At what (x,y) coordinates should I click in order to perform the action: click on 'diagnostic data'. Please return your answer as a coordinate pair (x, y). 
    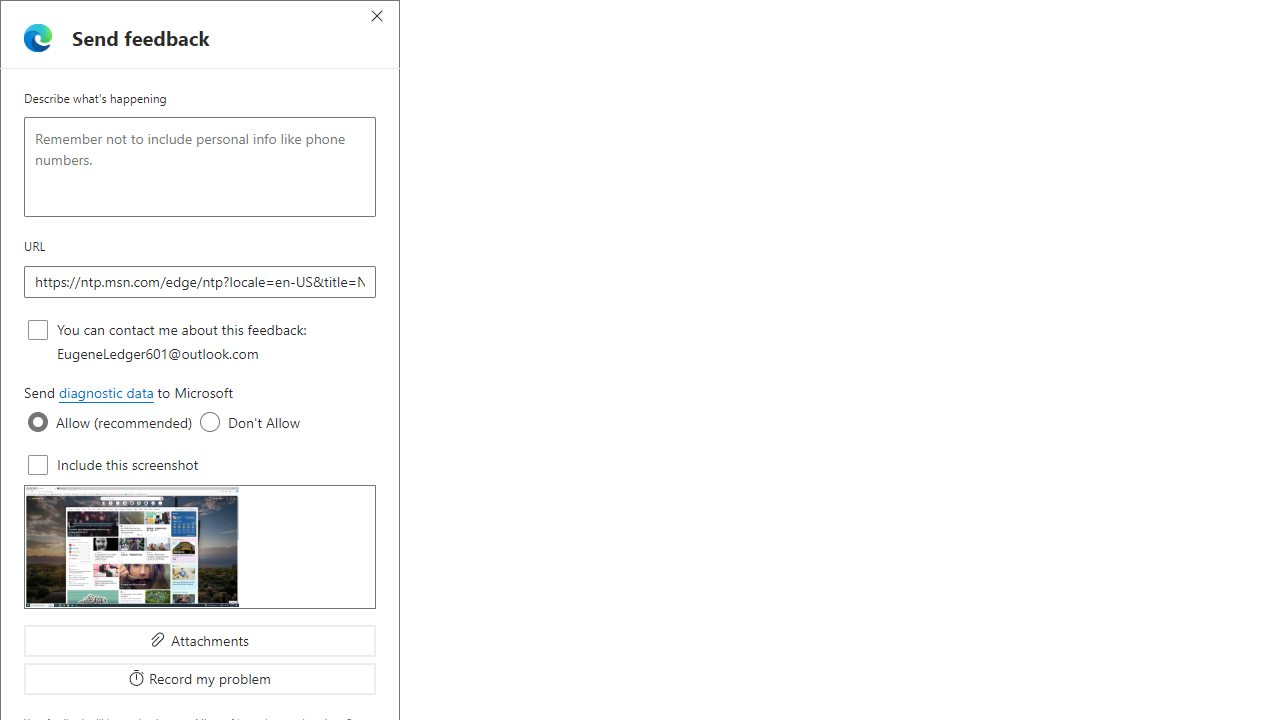
    Looking at the image, I should click on (104, 393).